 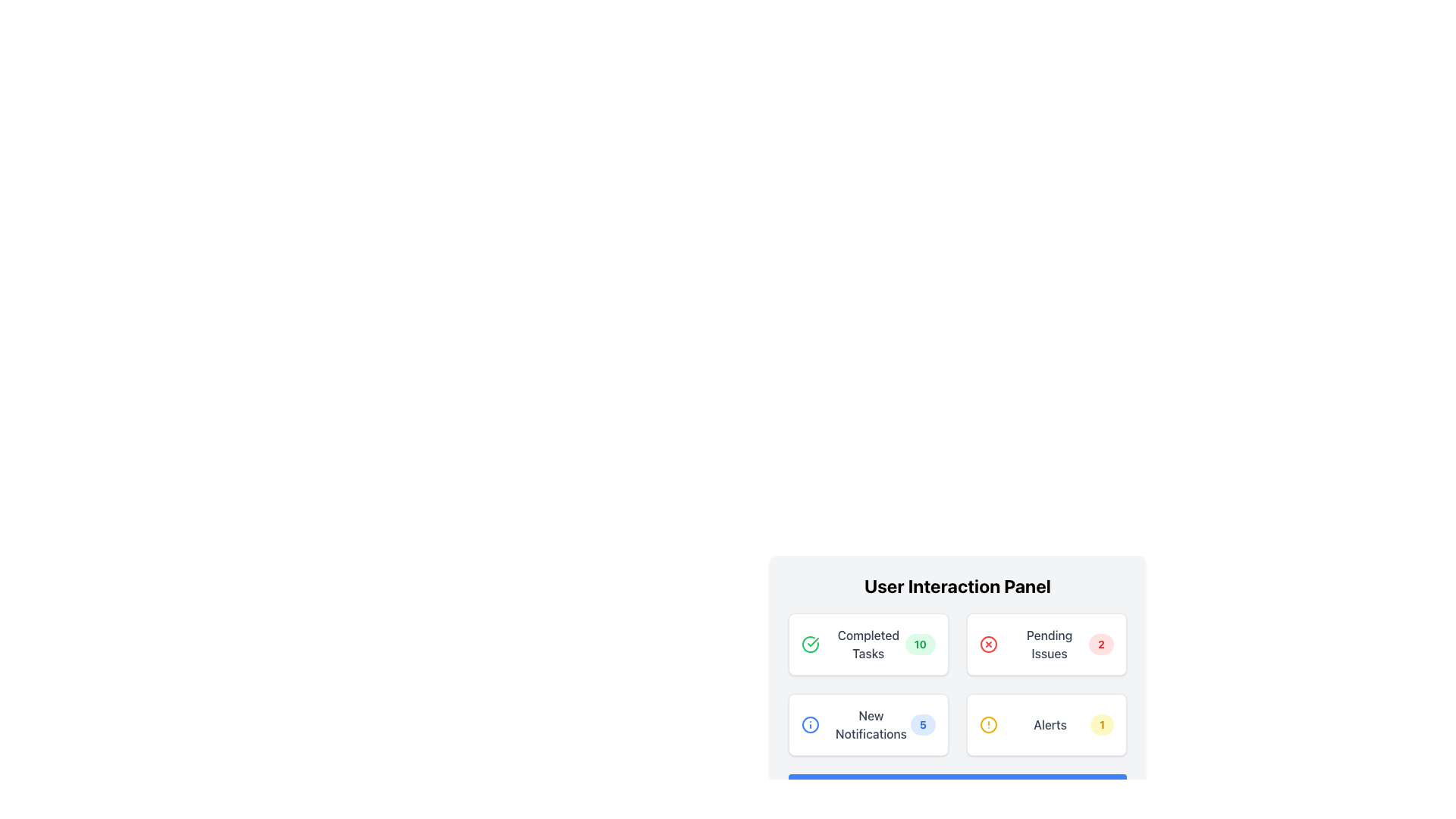 I want to click on the details of the Circular SVG element that serves as a notification marker in the New Notifications tile located in the User Interaction Panel, so click(x=810, y=724).